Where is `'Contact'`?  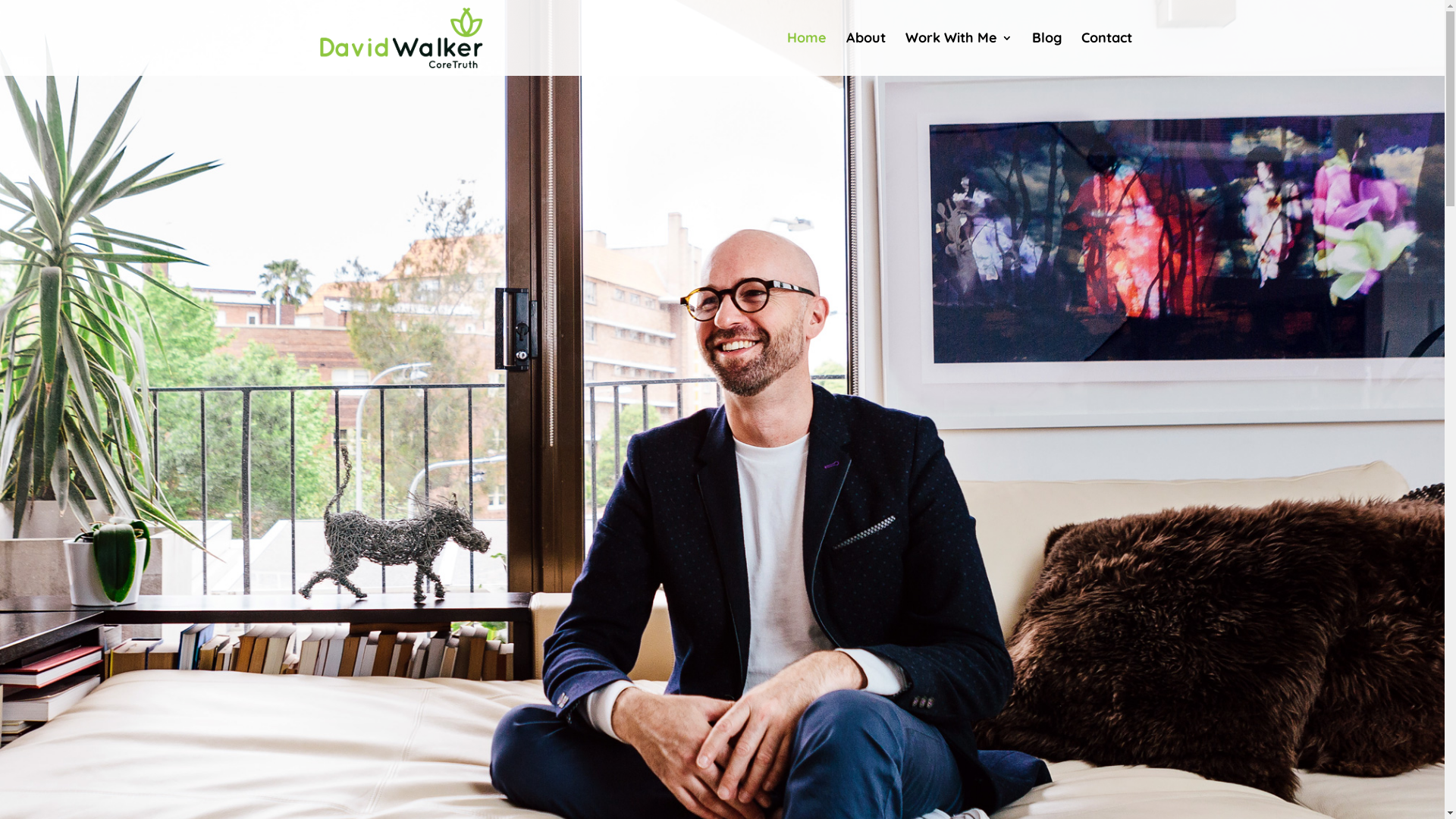 'Contact' is located at coordinates (1106, 53).